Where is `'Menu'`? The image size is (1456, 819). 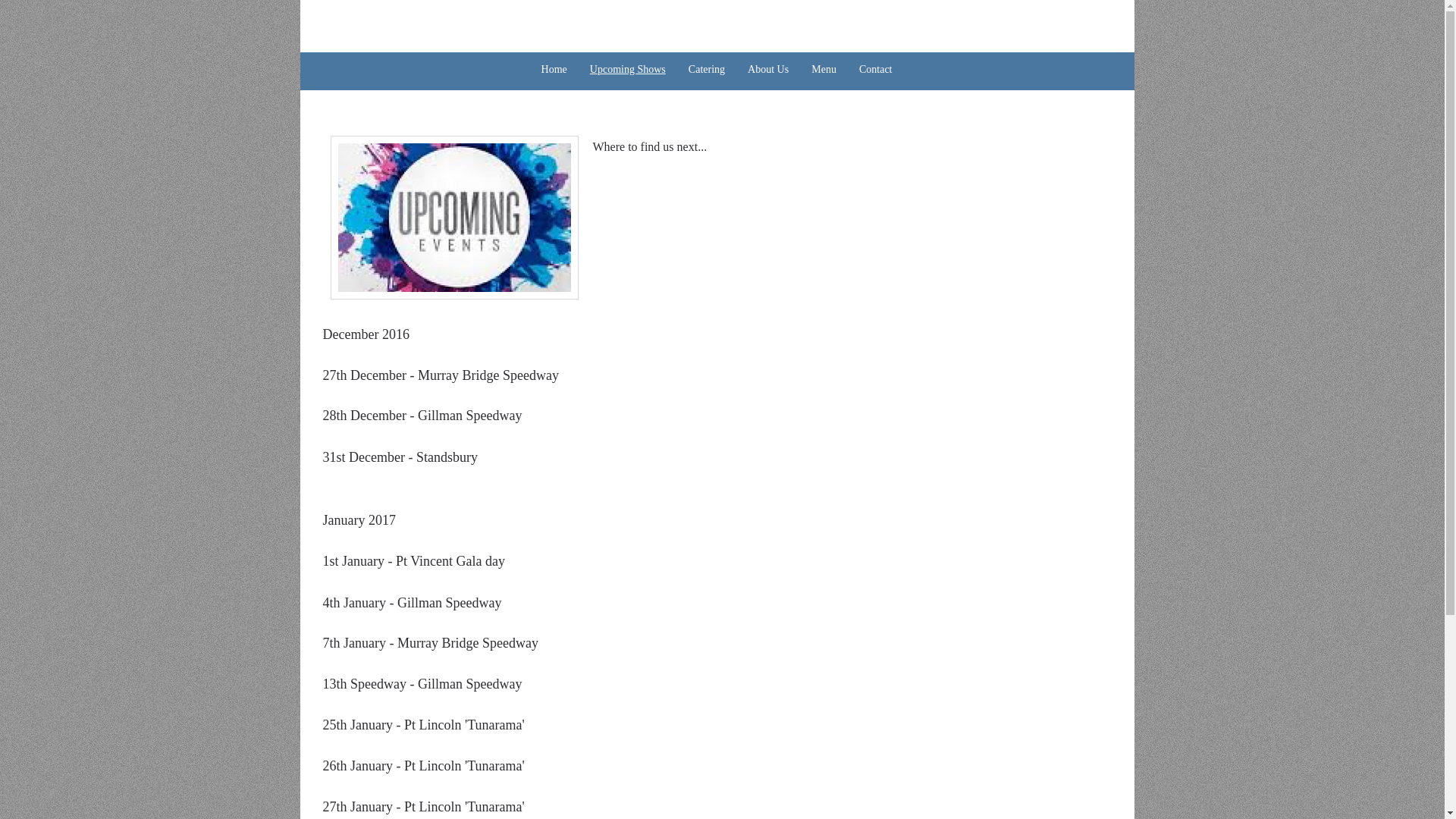
'Menu' is located at coordinates (799, 70).